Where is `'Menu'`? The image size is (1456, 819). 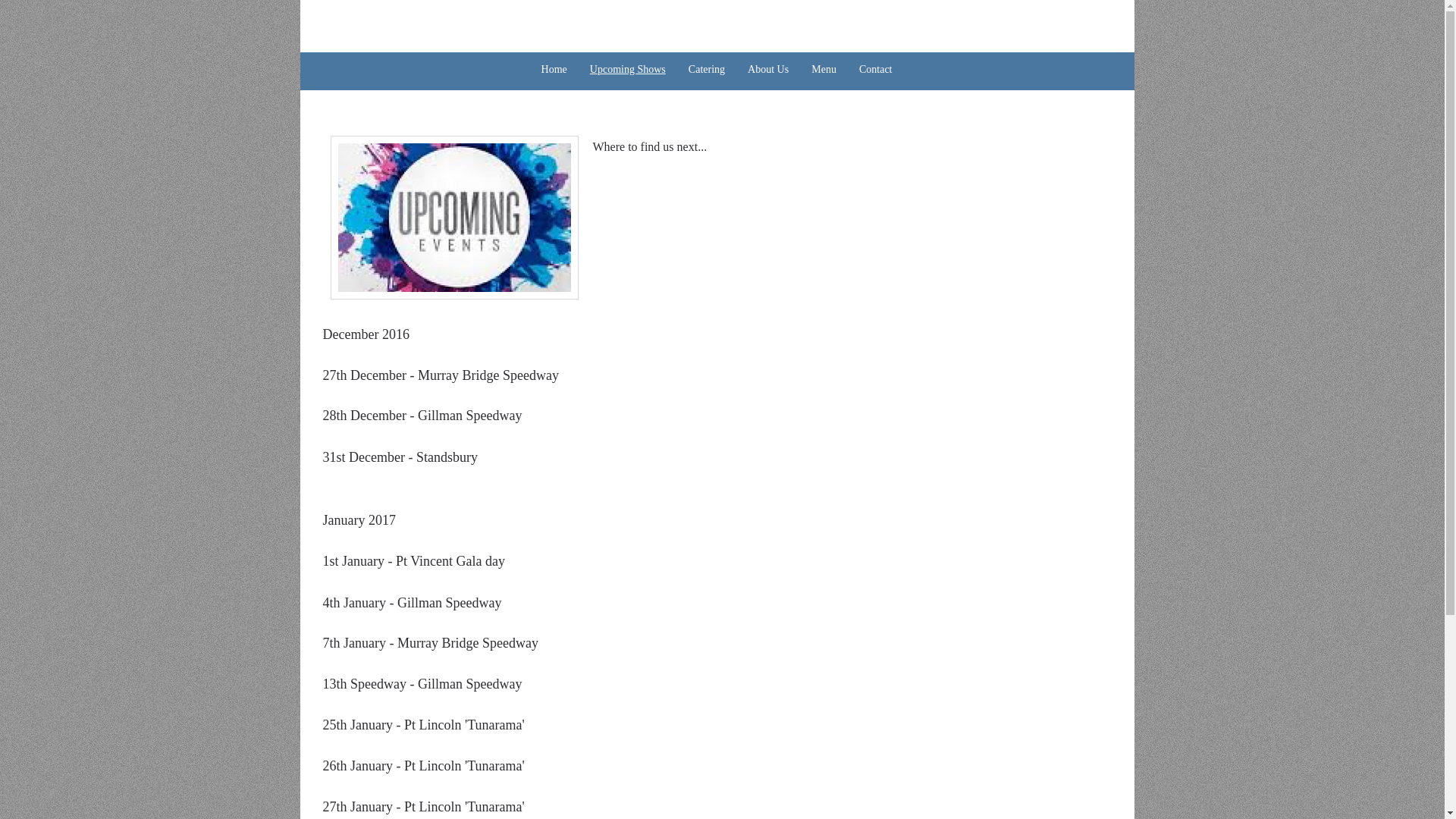
'Menu' is located at coordinates (799, 70).